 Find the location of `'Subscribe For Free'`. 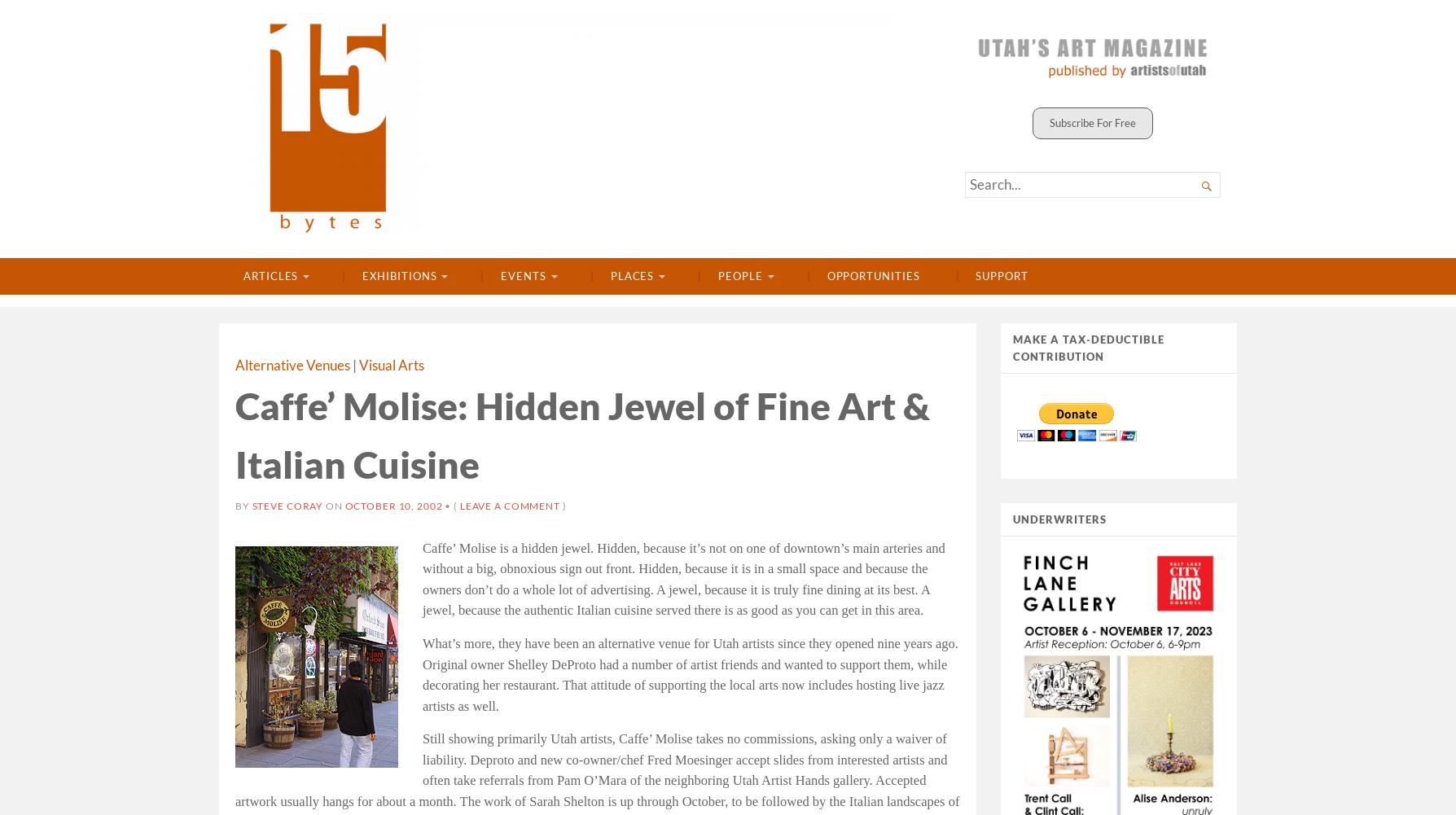

'Subscribe For Free' is located at coordinates (1093, 122).